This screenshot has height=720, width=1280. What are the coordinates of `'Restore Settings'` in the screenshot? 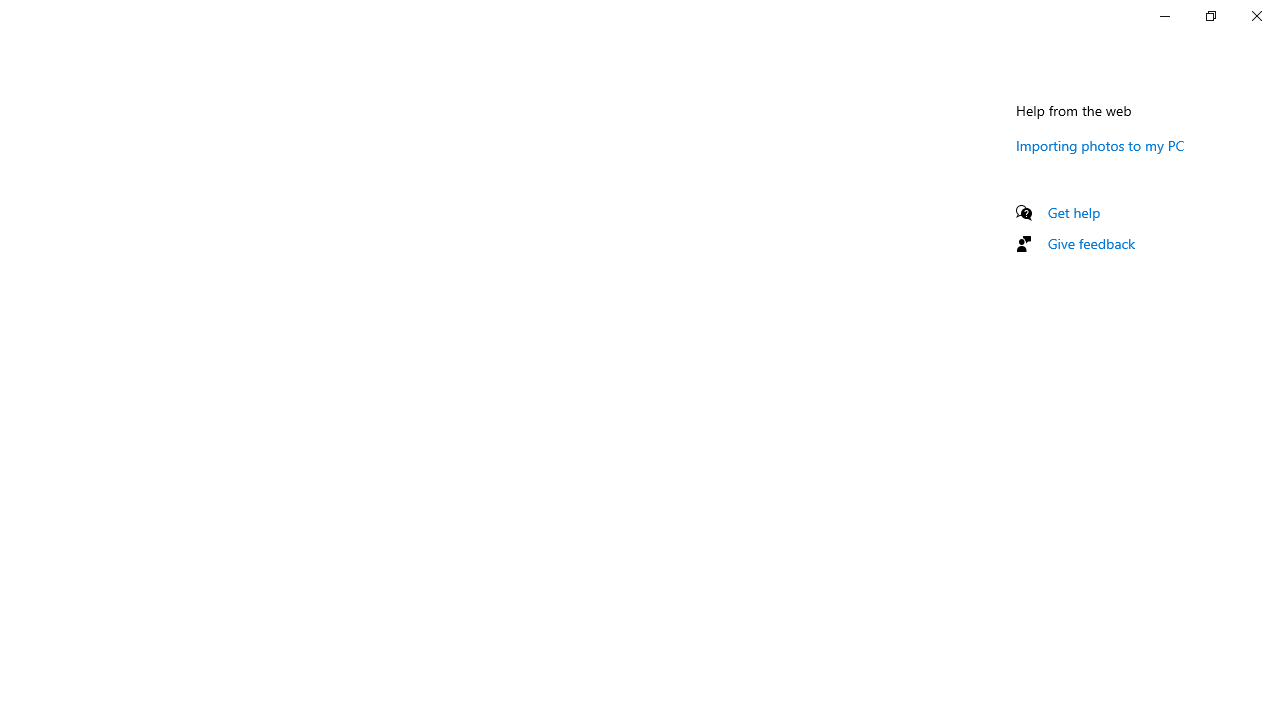 It's located at (1209, 15).